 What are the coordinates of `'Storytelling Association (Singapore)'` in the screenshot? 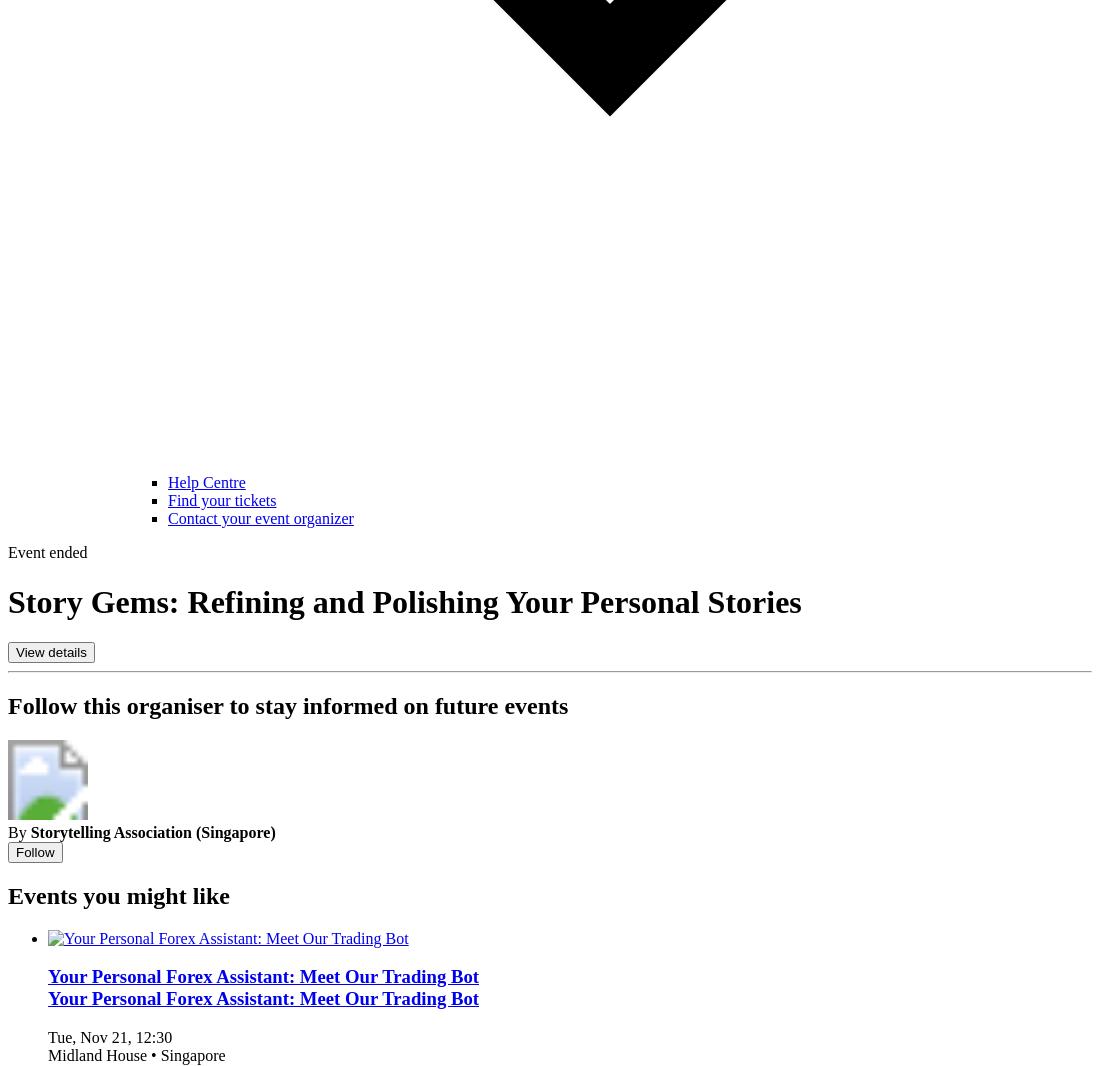 It's located at (151, 831).